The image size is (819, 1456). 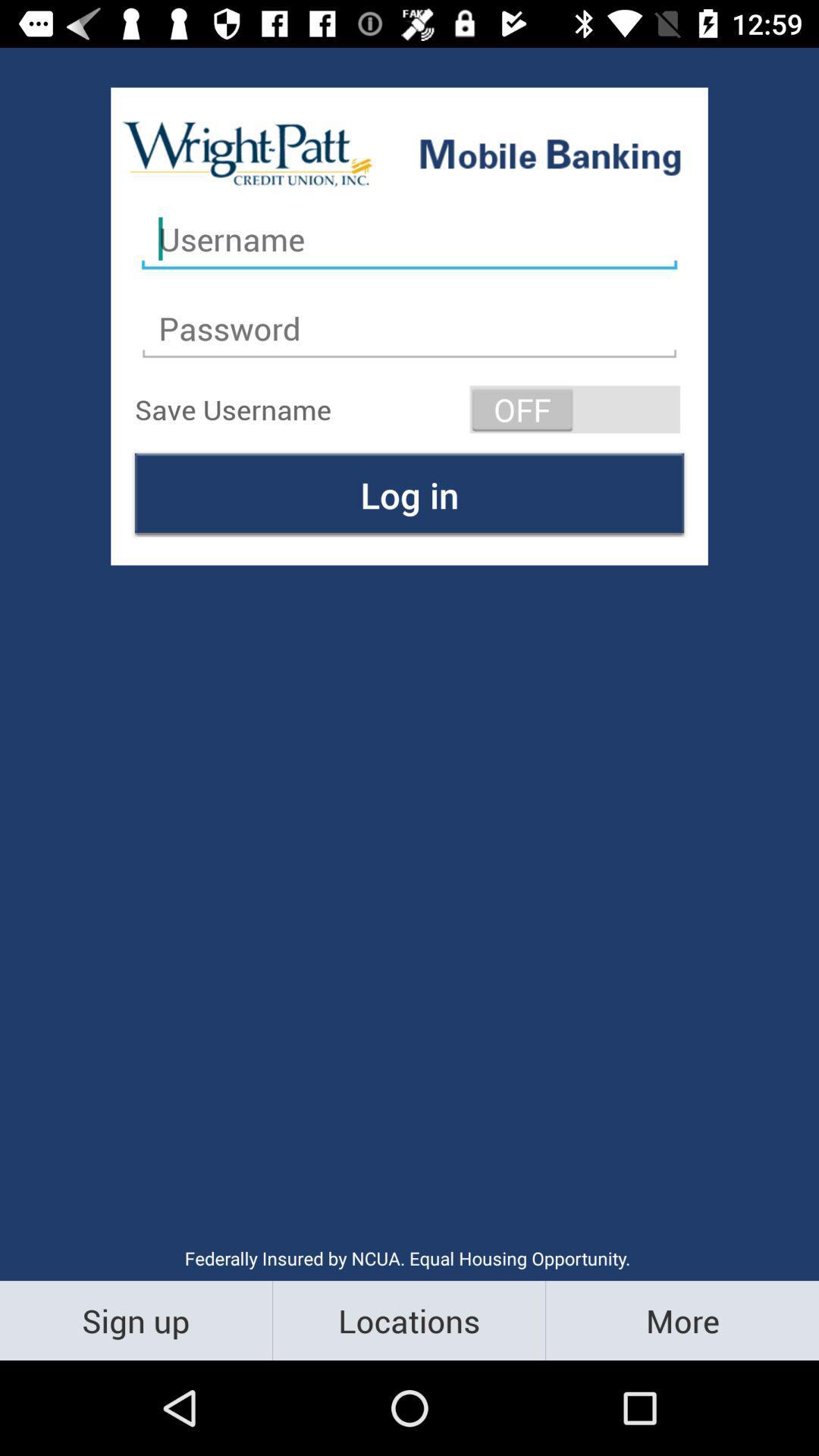 I want to click on the locations, so click(x=408, y=1319).